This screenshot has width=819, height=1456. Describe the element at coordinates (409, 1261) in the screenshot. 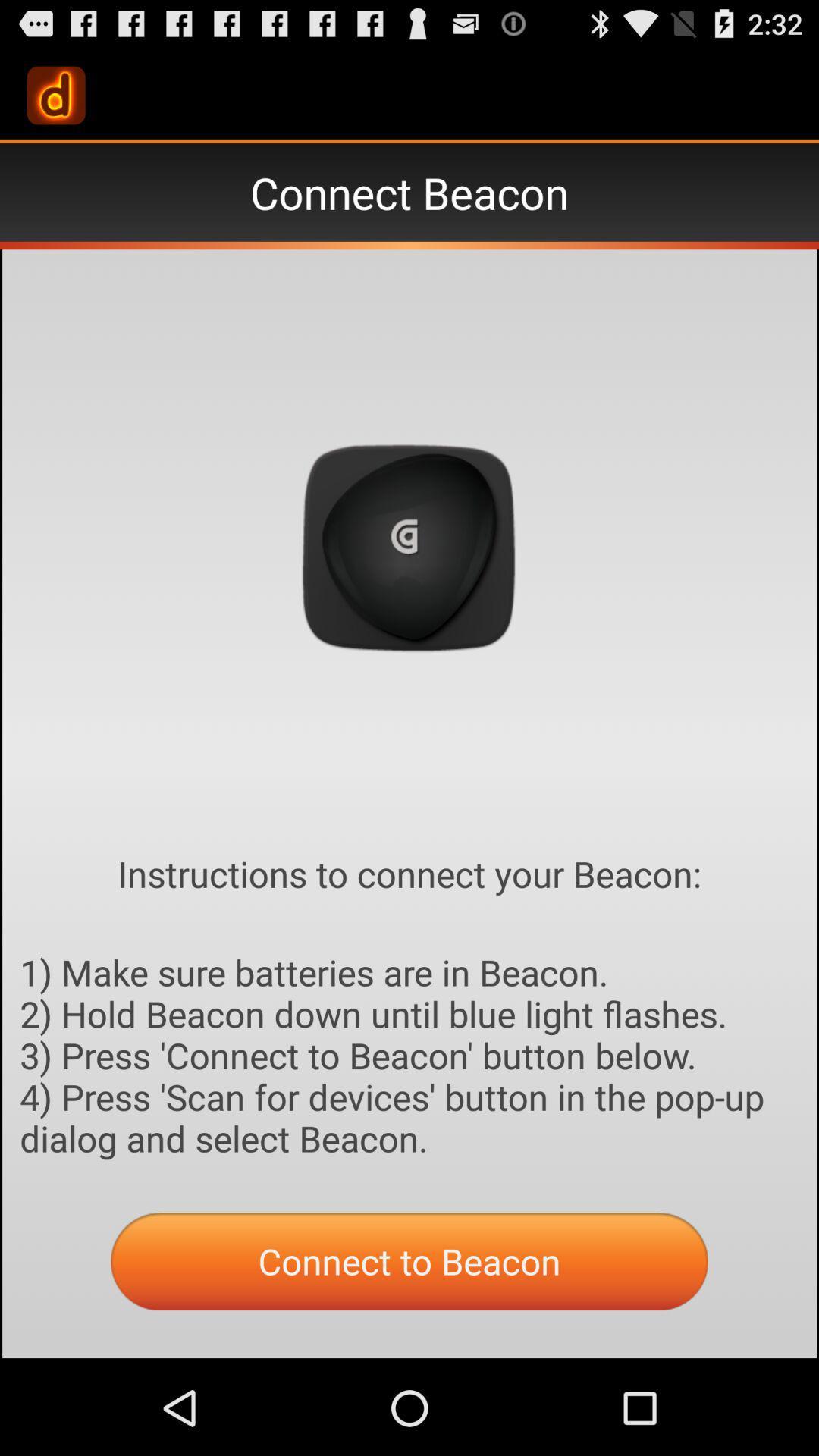

I see `the orange button which is at the bottom middle of the page` at that location.